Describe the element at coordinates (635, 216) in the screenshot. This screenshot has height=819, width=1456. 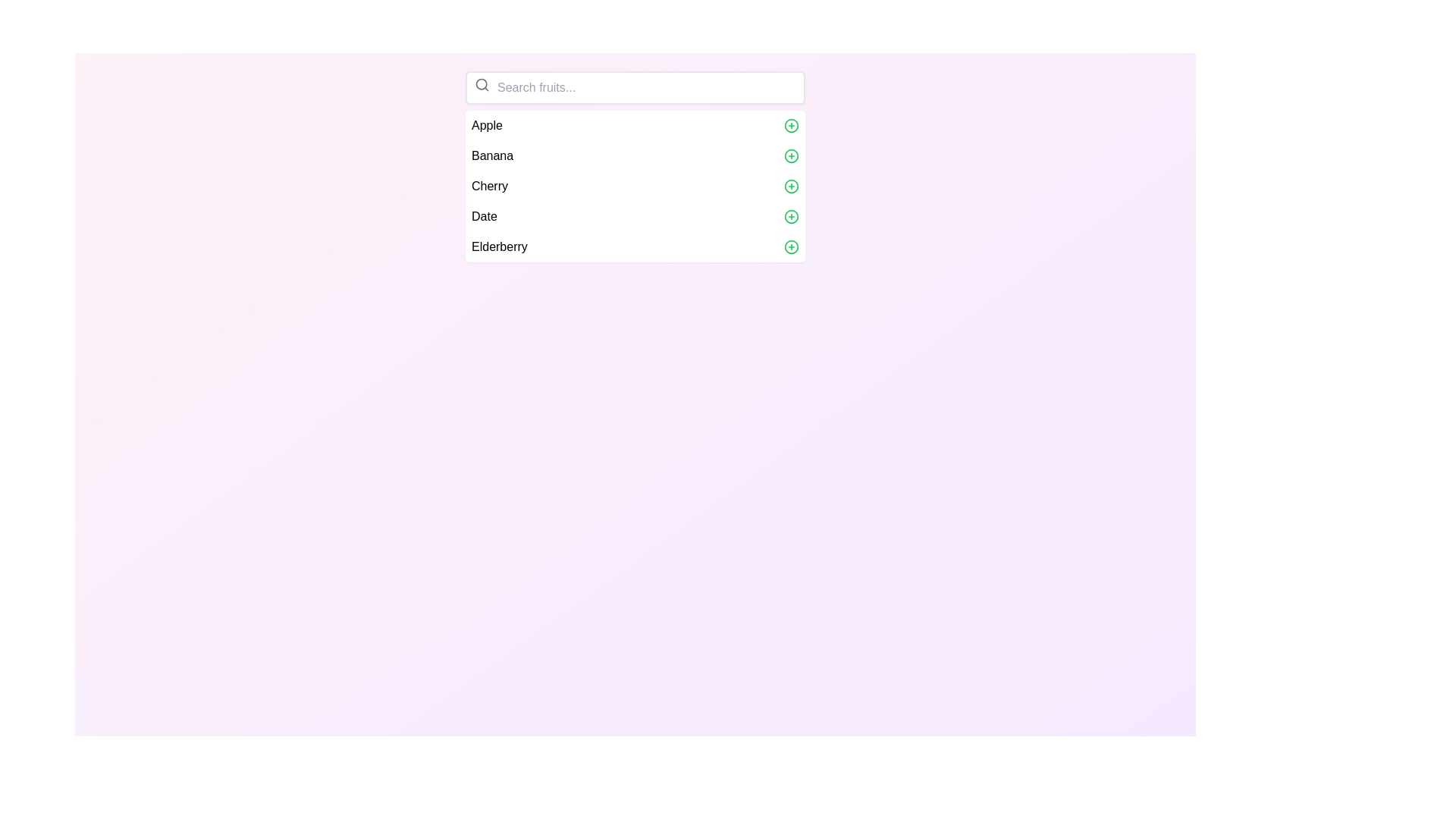
I see `the text of the 'Date' option in the vertically stacked list, which is the fourth item between 'Cherry' and 'Elderberry'` at that location.